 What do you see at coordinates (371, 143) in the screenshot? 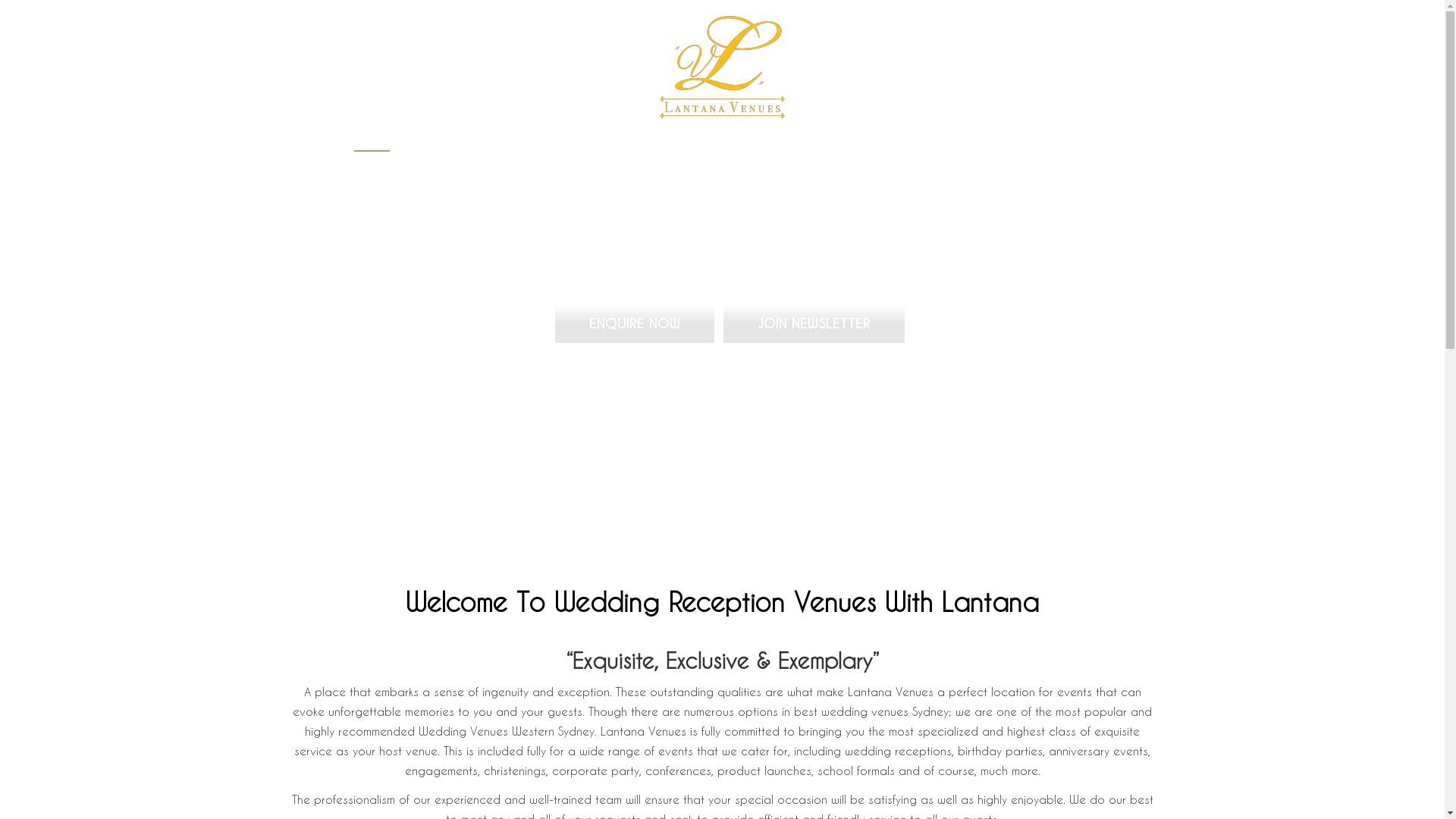
I see `'HOME'` at bounding box center [371, 143].